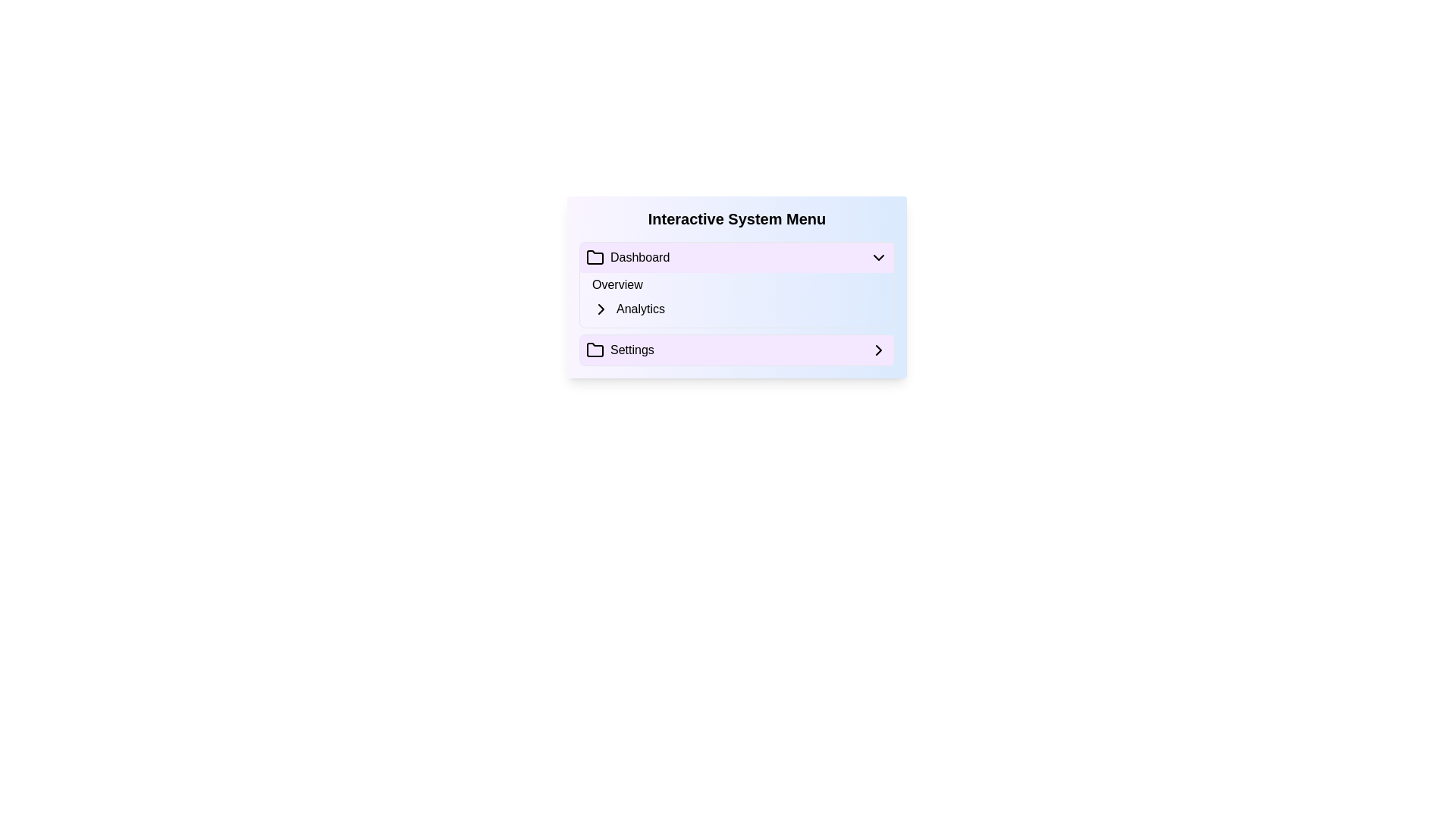  I want to click on the Vector icon representing a folder that signifies the Settings section in the menu, located next to the text 'Settings', so click(595, 350).